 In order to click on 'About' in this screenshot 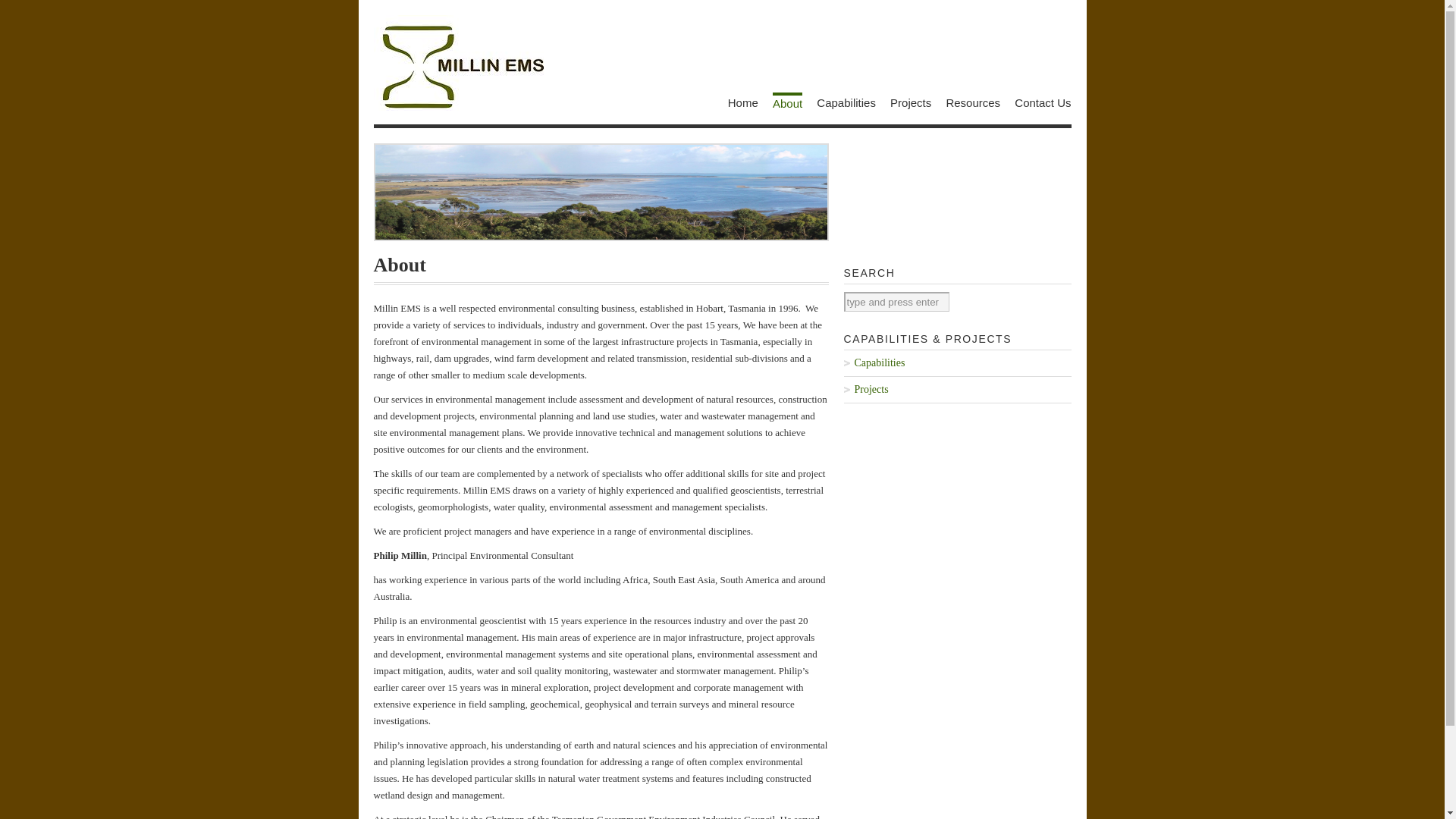, I will do `click(772, 101)`.